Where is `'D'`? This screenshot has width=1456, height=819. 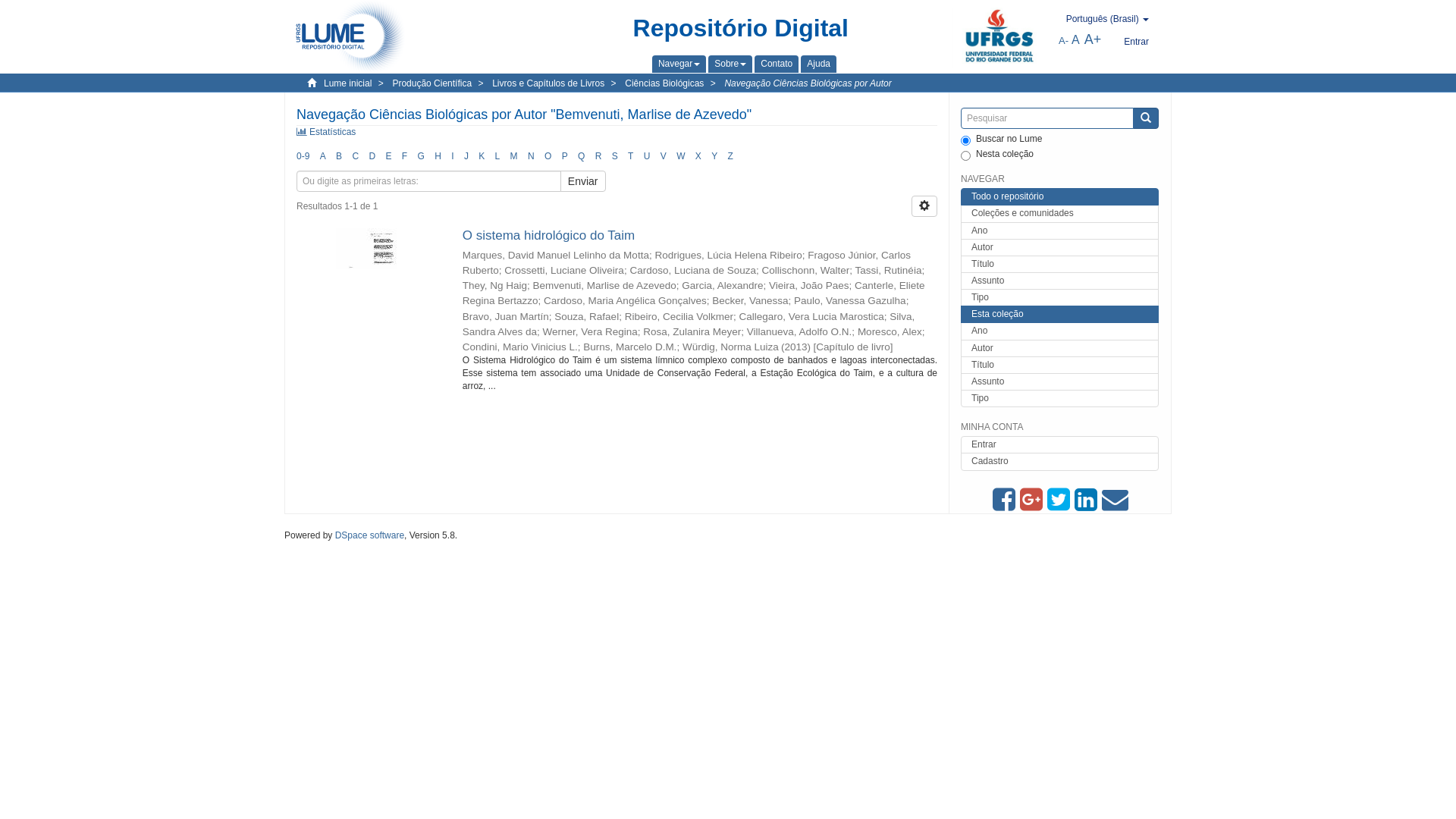 'D' is located at coordinates (368, 155).